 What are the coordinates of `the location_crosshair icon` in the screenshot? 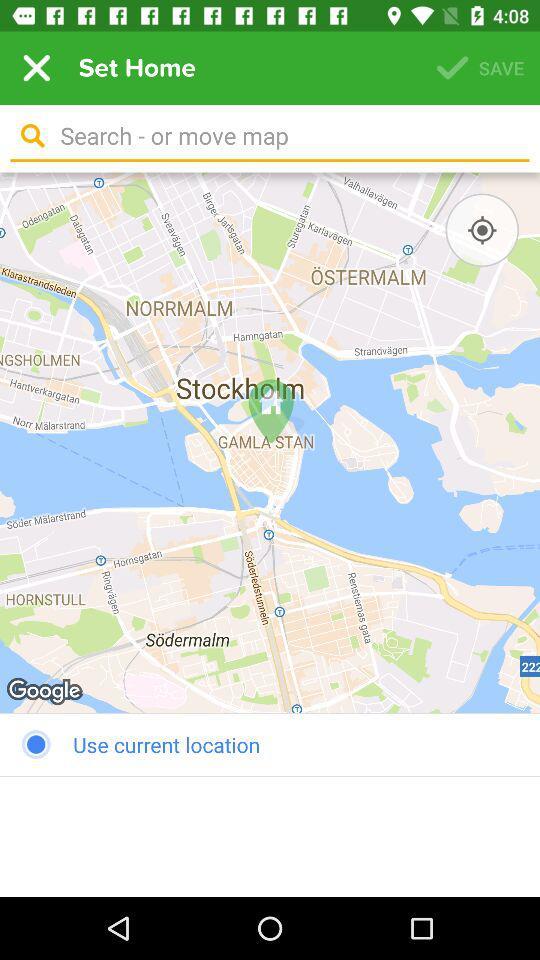 It's located at (481, 230).